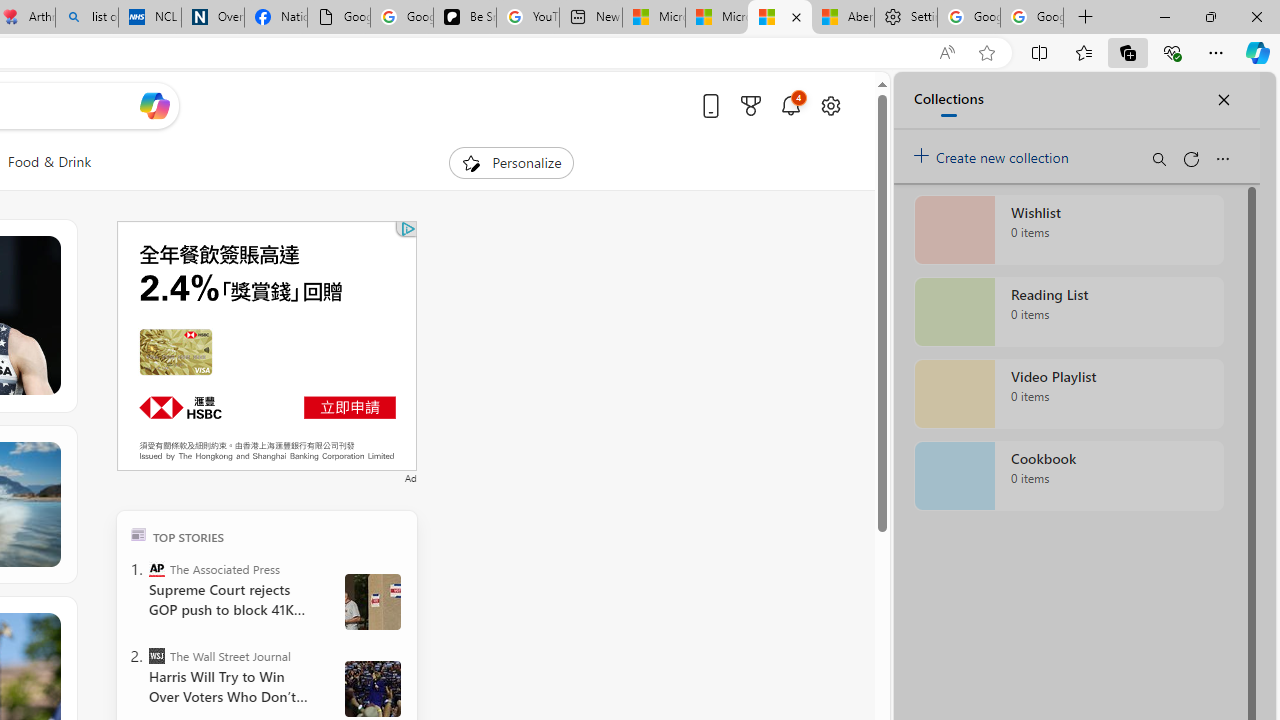  What do you see at coordinates (464, 17) in the screenshot?
I see `'Be Smart | creating Science videos | Patreon'` at bounding box center [464, 17].